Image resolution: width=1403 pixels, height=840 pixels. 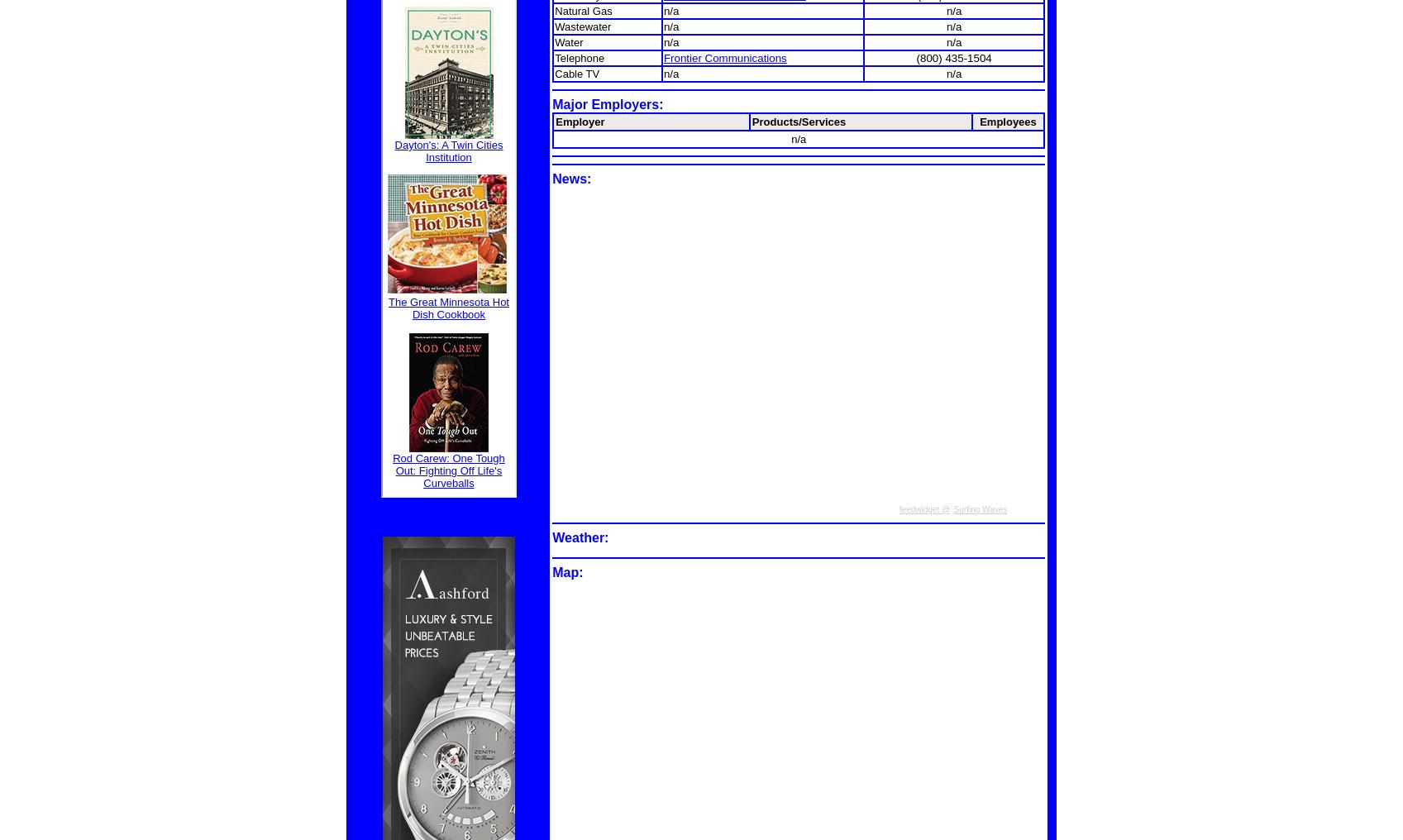 I want to click on 'Natural Gas', so click(x=582, y=9).